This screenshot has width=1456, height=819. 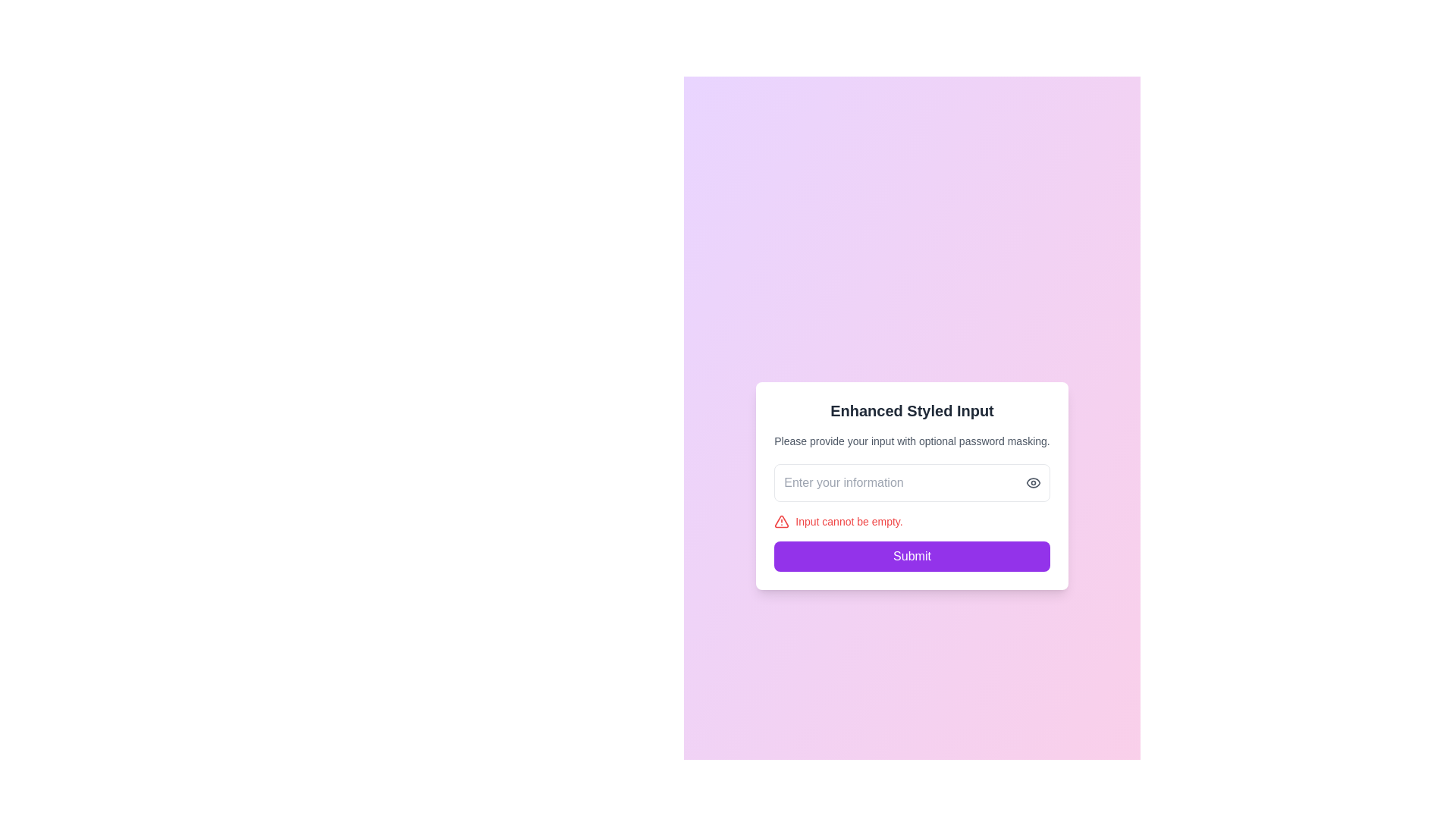 I want to click on the text label displaying the error message 'Input cannot be empty.', so click(x=848, y=520).